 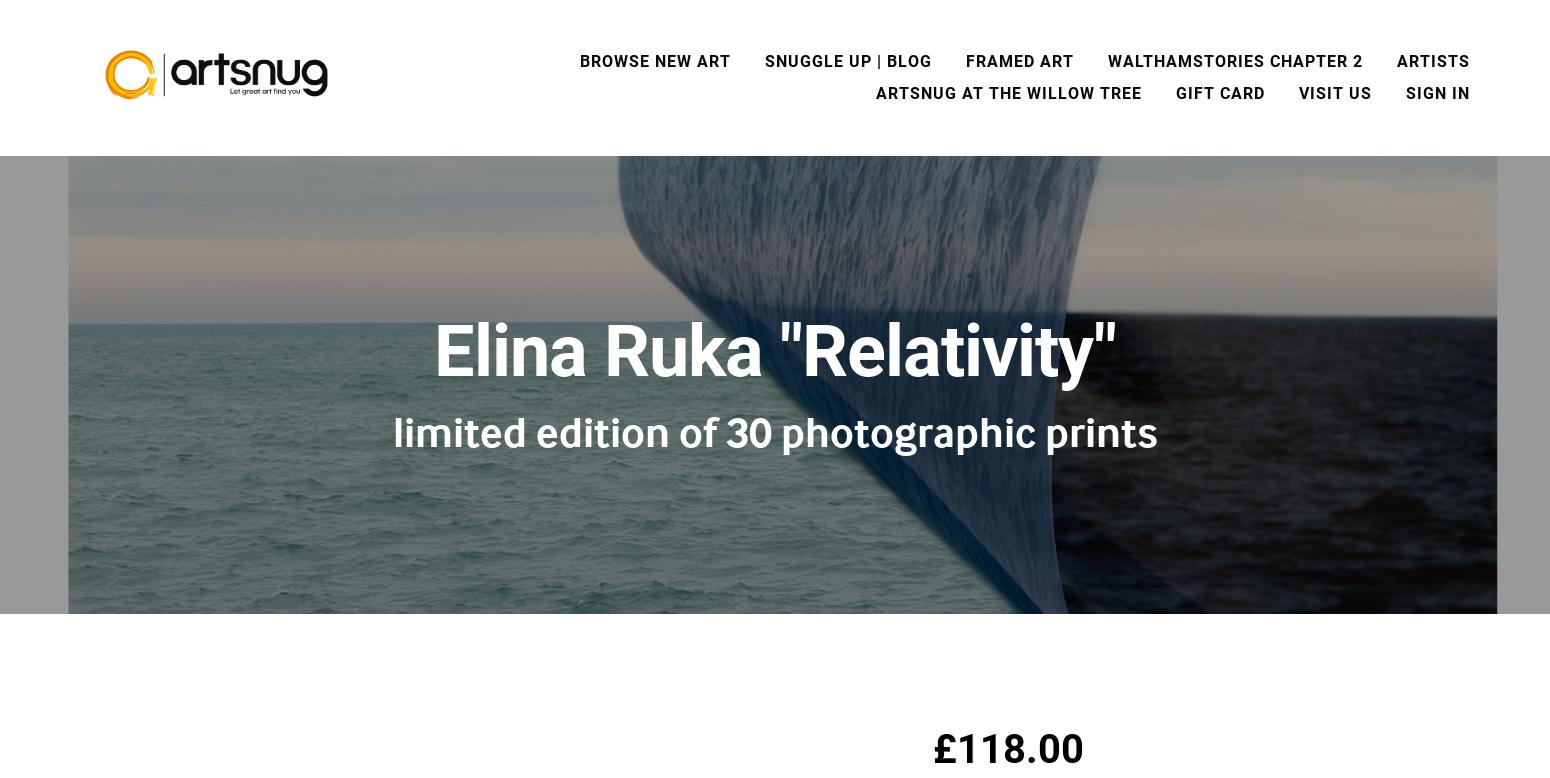 What do you see at coordinates (775, 350) in the screenshot?
I see `'elina ruka "relativity"'` at bounding box center [775, 350].